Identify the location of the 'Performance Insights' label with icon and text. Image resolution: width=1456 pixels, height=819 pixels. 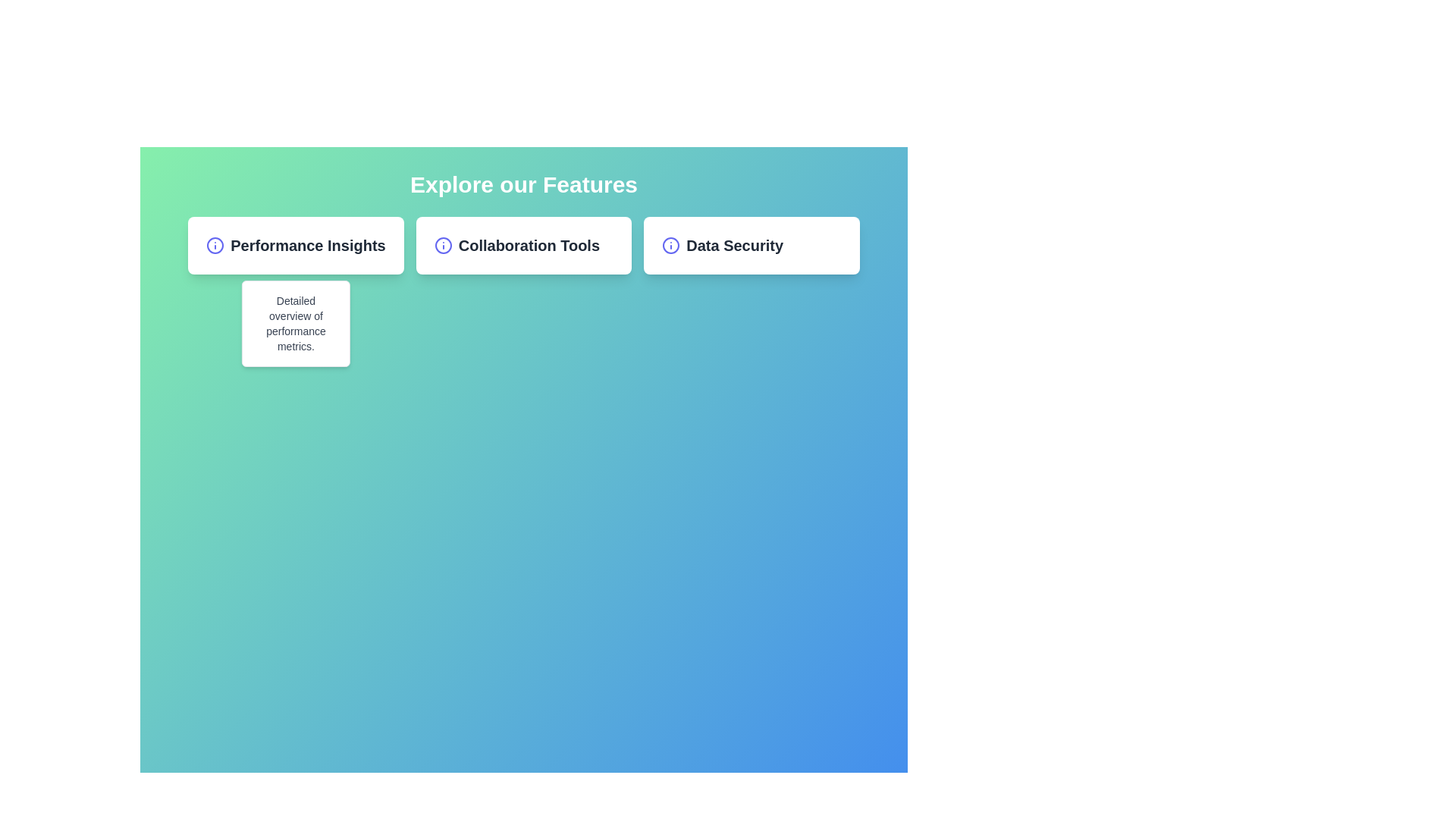
(296, 245).